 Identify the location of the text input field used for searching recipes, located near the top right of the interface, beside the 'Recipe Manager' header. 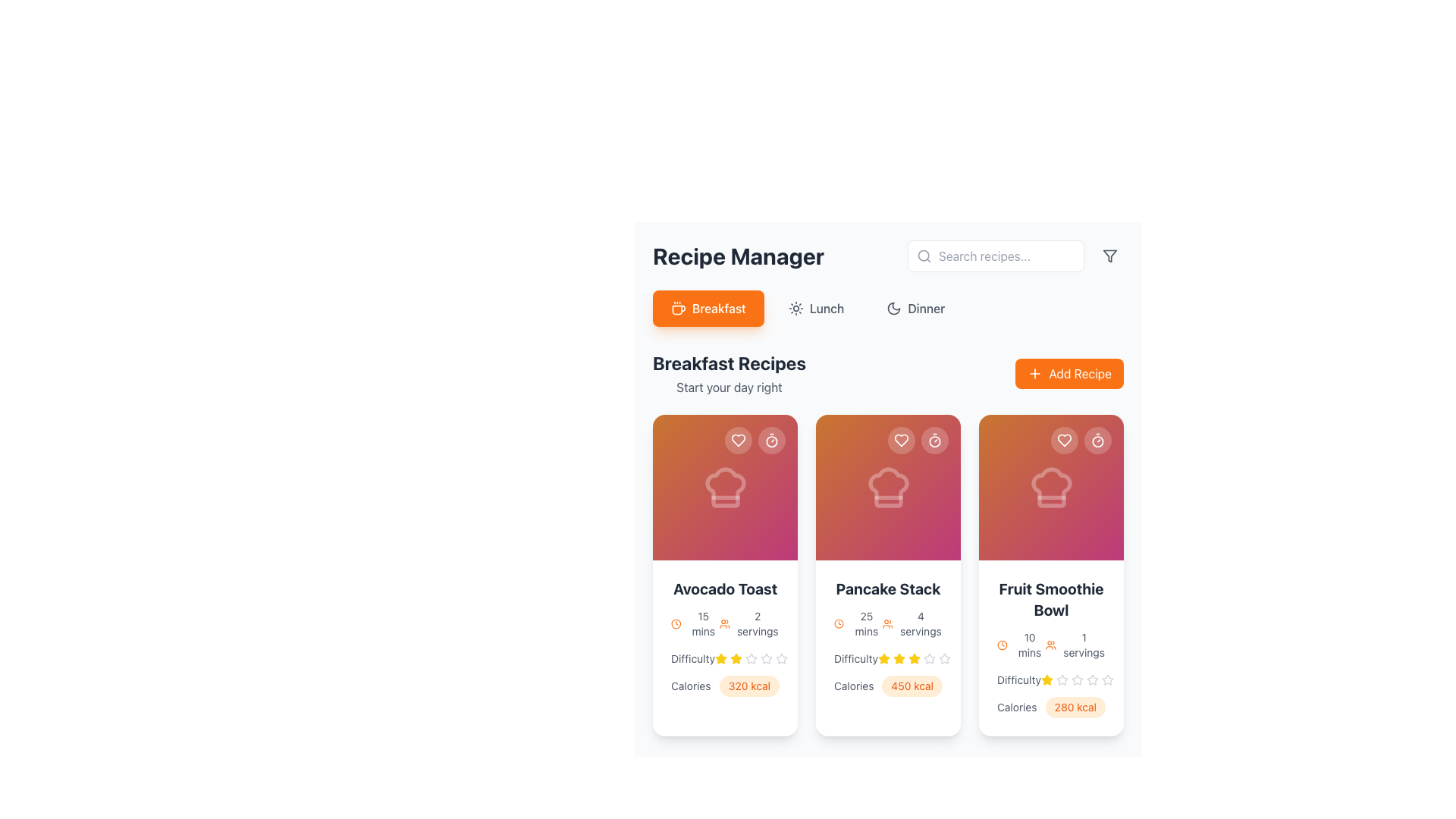
(996, 256).